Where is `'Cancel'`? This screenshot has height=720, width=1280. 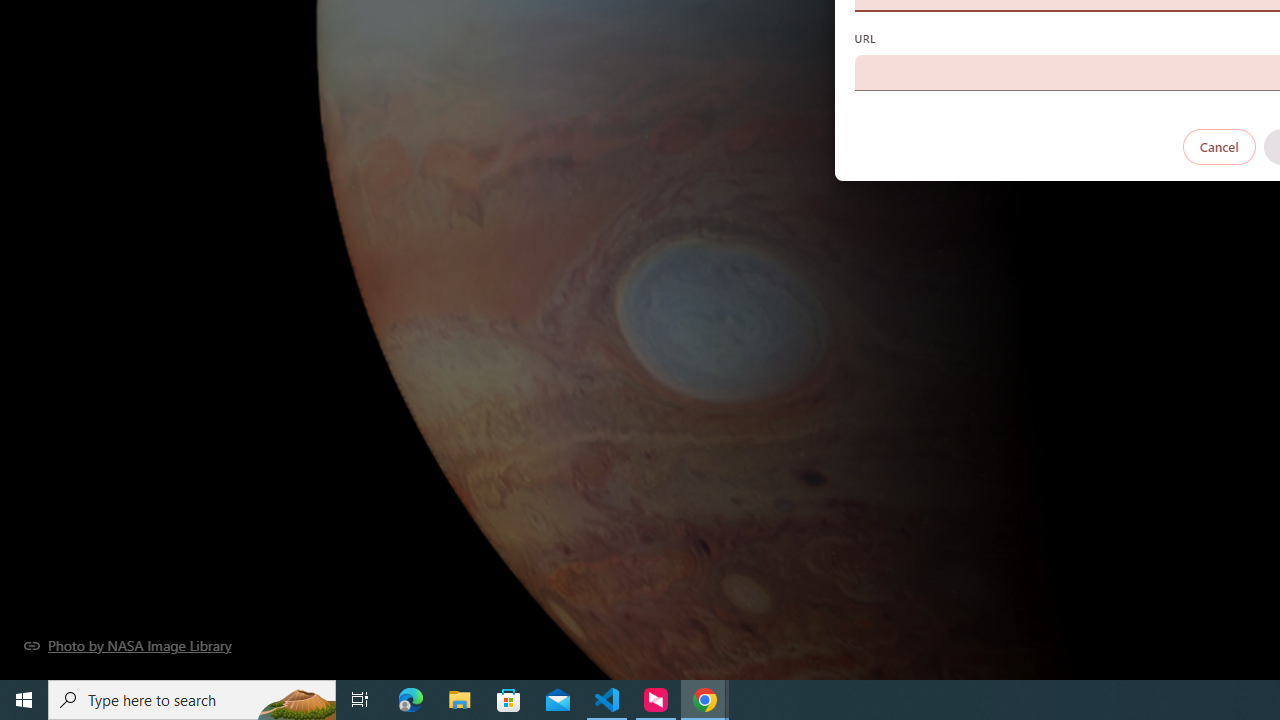 'Cancel' is located at coordinates (1217, 145).